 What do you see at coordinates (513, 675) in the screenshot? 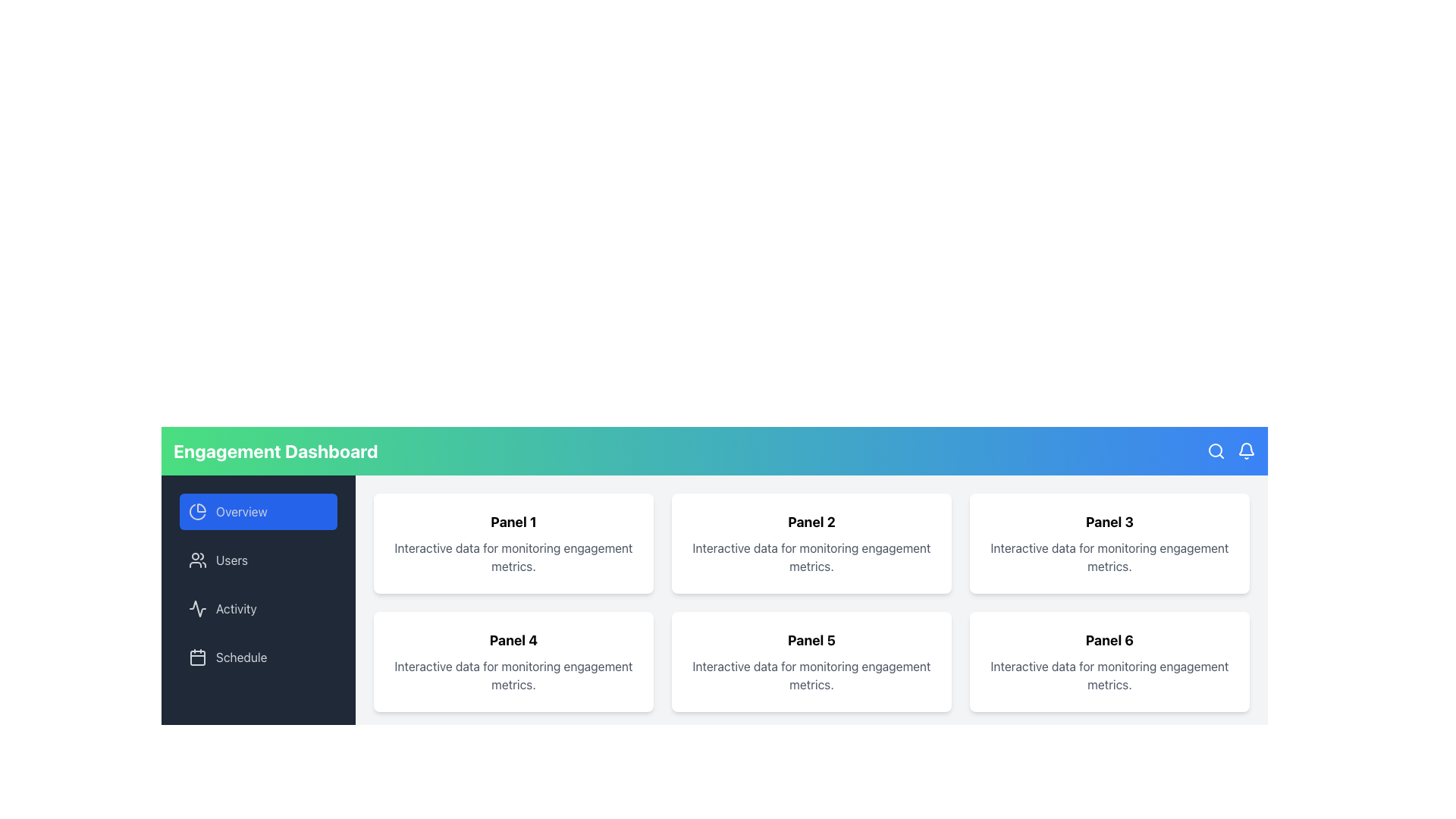
I see `text 'Interactive data for monitoring engagement metrics.' displayed in gray color below the title 'Panel 4' in the Text Display element` at bounding box center [513, 675].